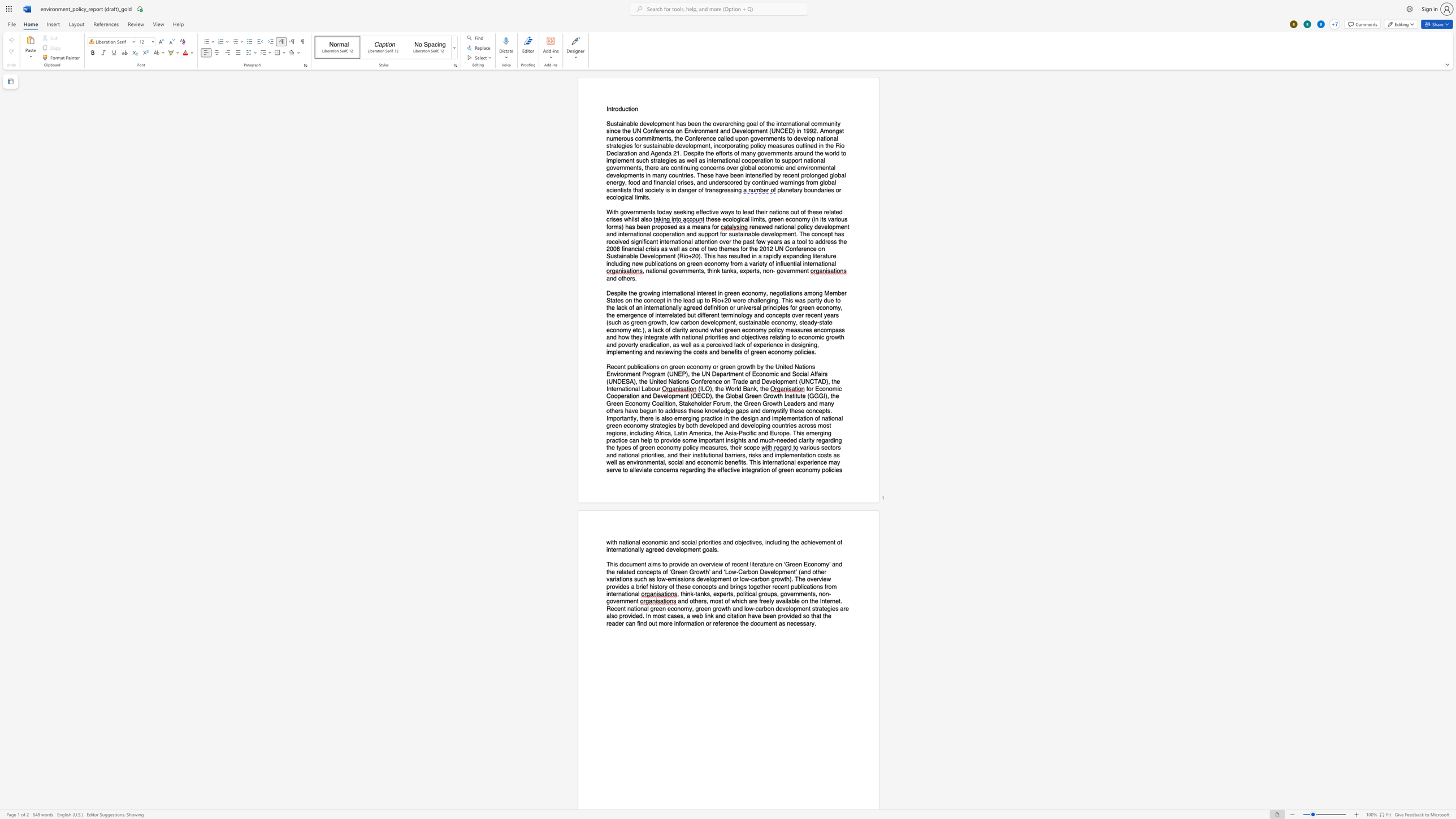 This screenshot has width=1456, height=819. What do you see at coordinates (608, 109) in the screenshot?
I see `the space between the continuous character "I" and "n" in the text` at bounding box center [608, 109].